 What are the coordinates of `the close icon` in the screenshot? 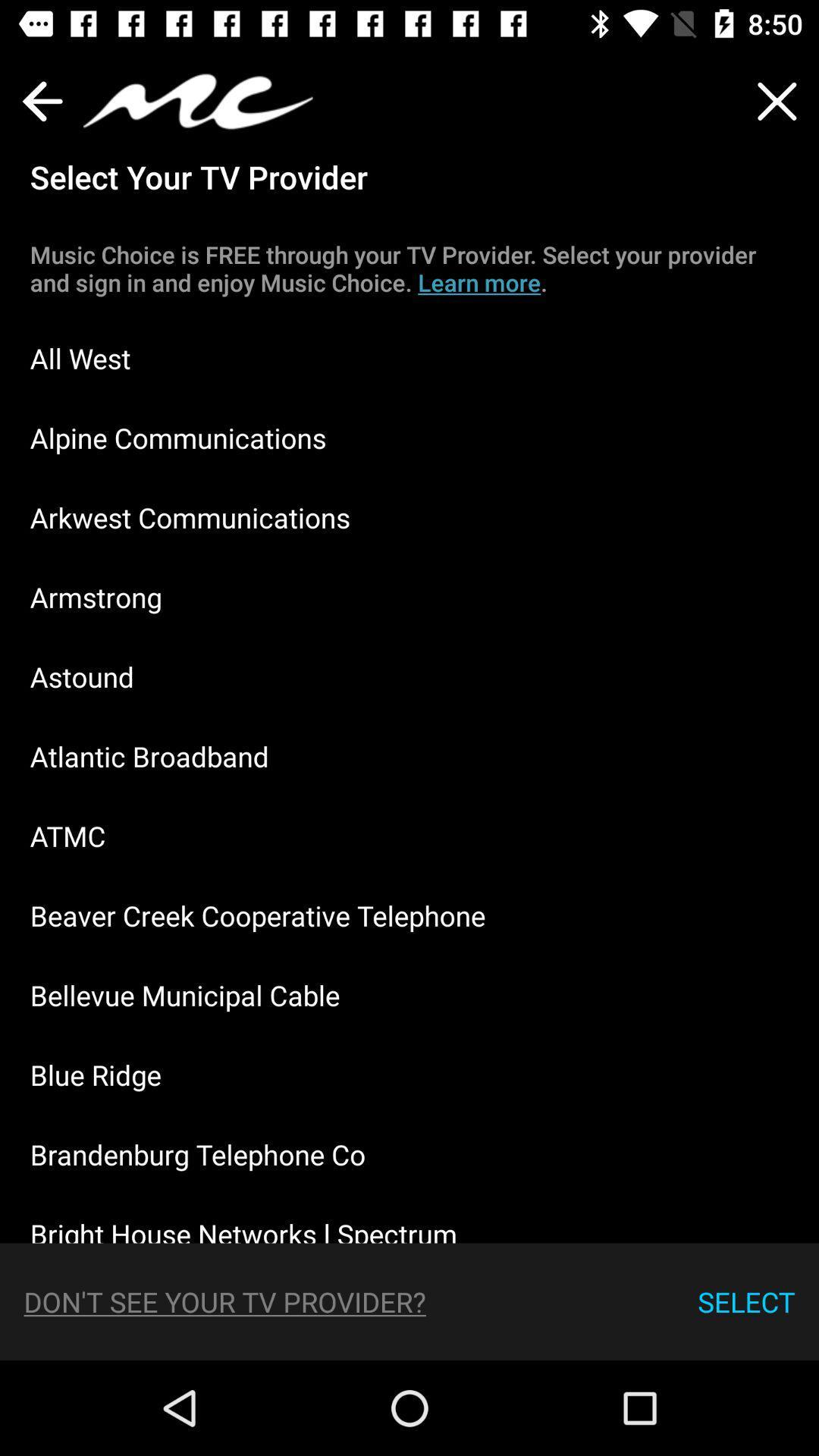 It's located at (777, 100).